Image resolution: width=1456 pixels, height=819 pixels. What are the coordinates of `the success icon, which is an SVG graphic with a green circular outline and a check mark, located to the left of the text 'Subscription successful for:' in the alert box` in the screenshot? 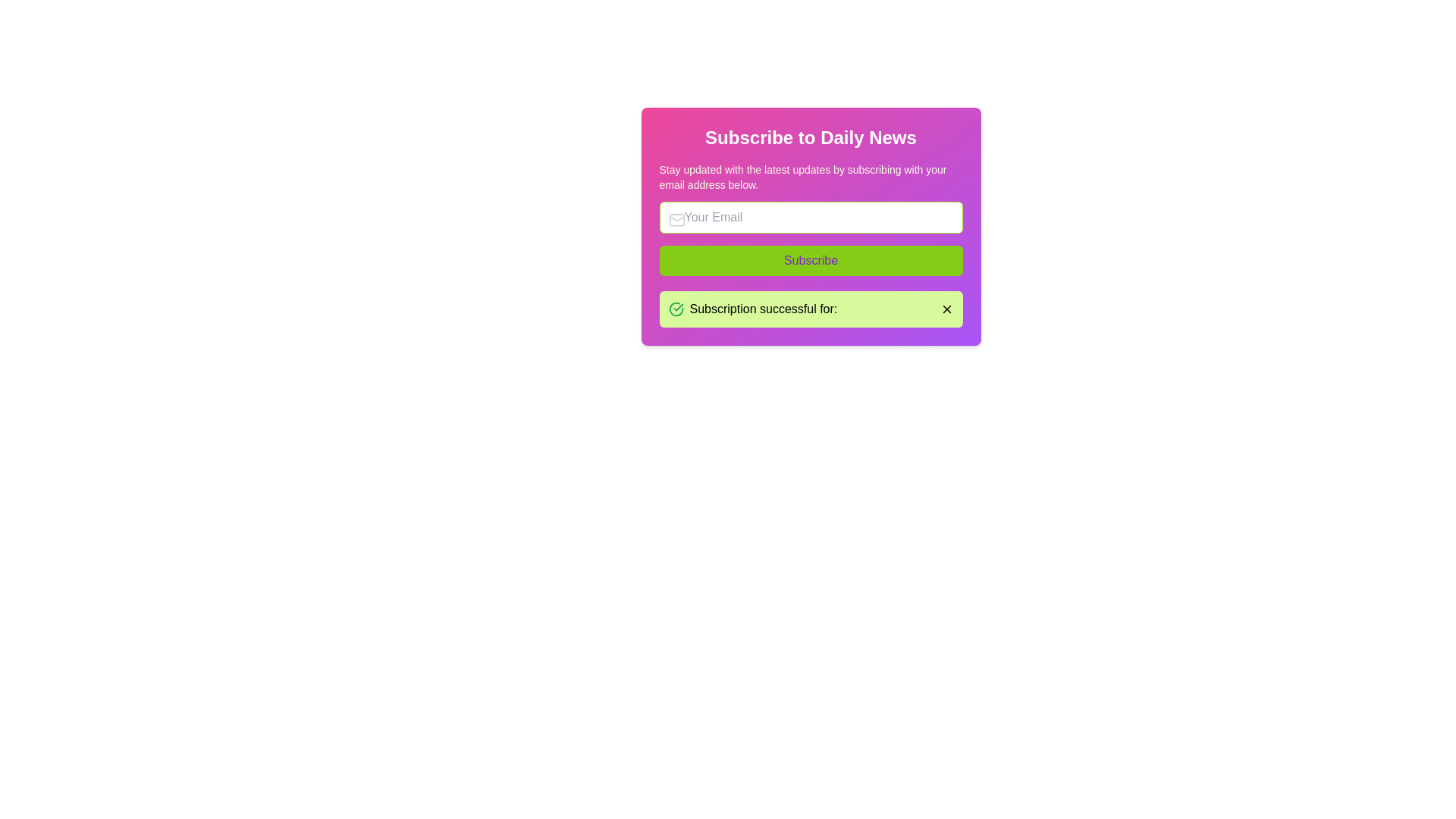 It's located at (675, 309).